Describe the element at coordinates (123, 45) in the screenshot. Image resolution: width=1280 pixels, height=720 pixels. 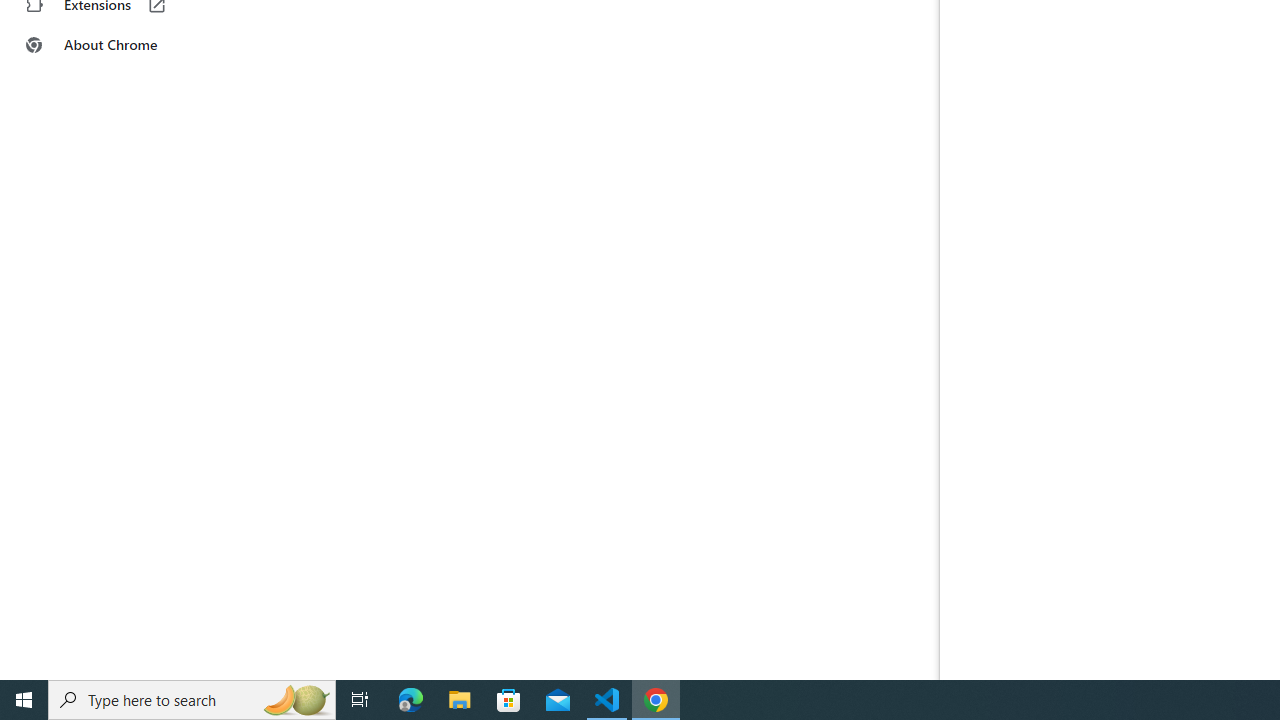
I see `'About Chrome'` at that location.